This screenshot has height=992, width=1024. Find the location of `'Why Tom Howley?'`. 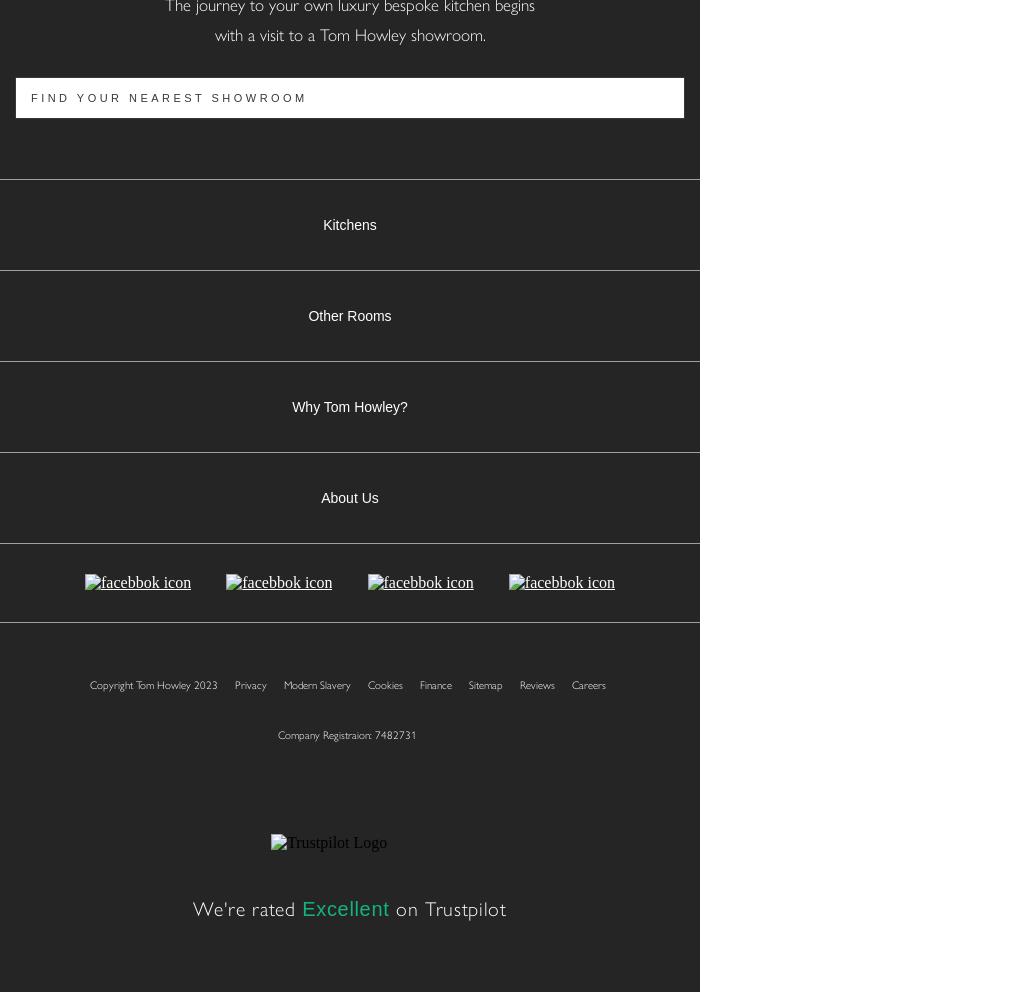

'Why Tom Howley?' is located at coordinates (292, 407).